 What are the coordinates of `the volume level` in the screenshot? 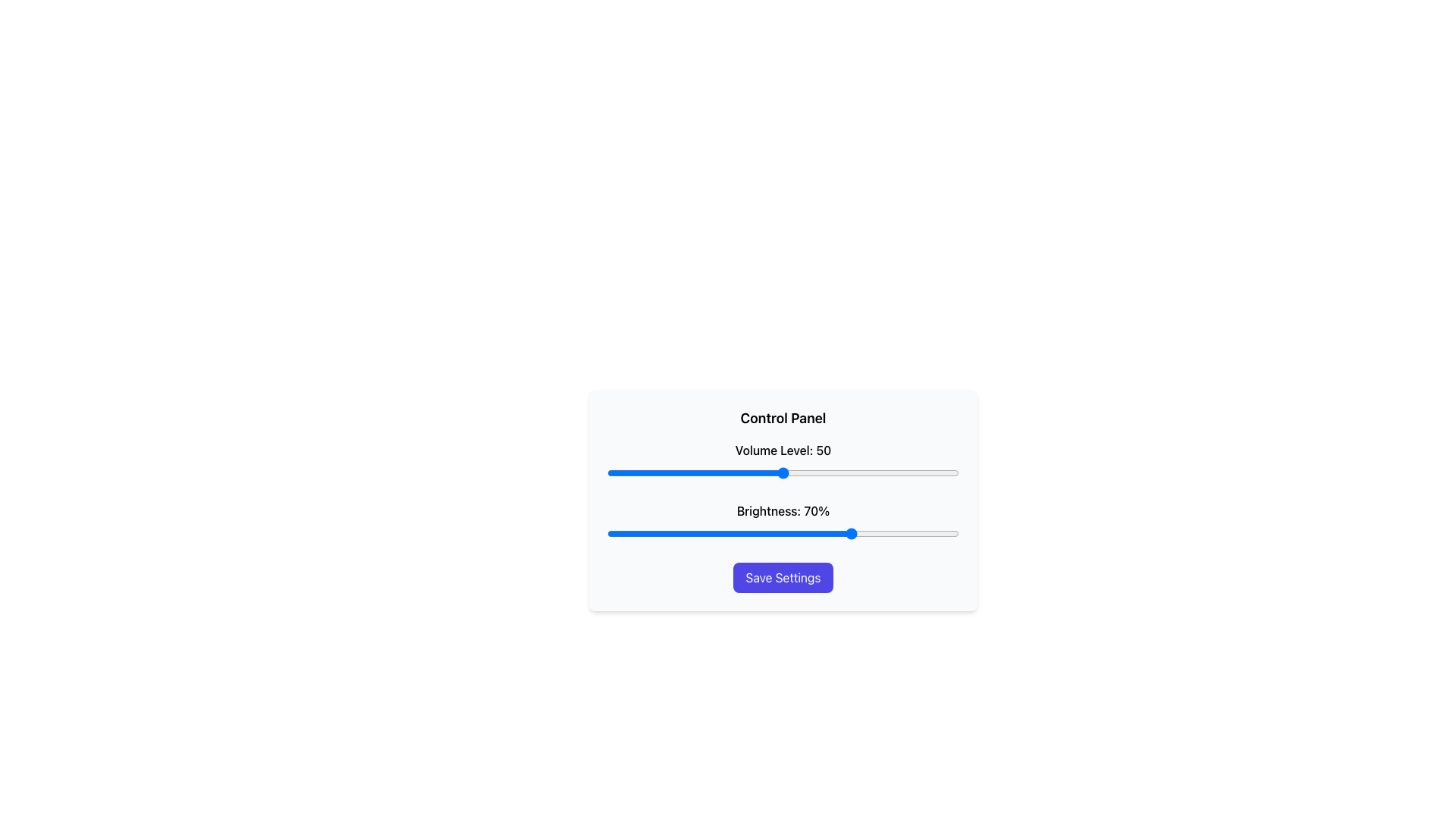 It's located at (948, 472).